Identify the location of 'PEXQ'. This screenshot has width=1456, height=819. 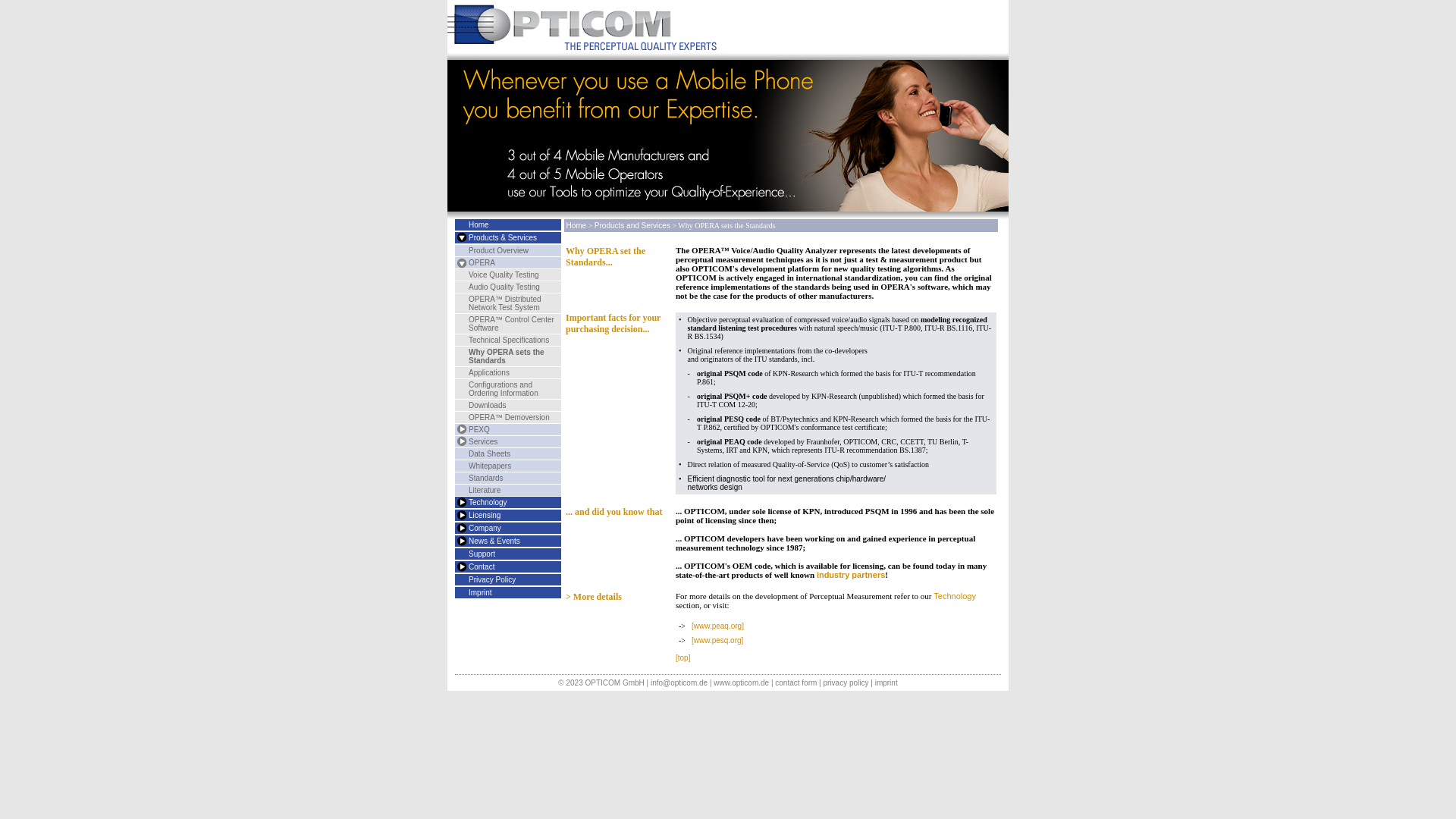
(459, 429).